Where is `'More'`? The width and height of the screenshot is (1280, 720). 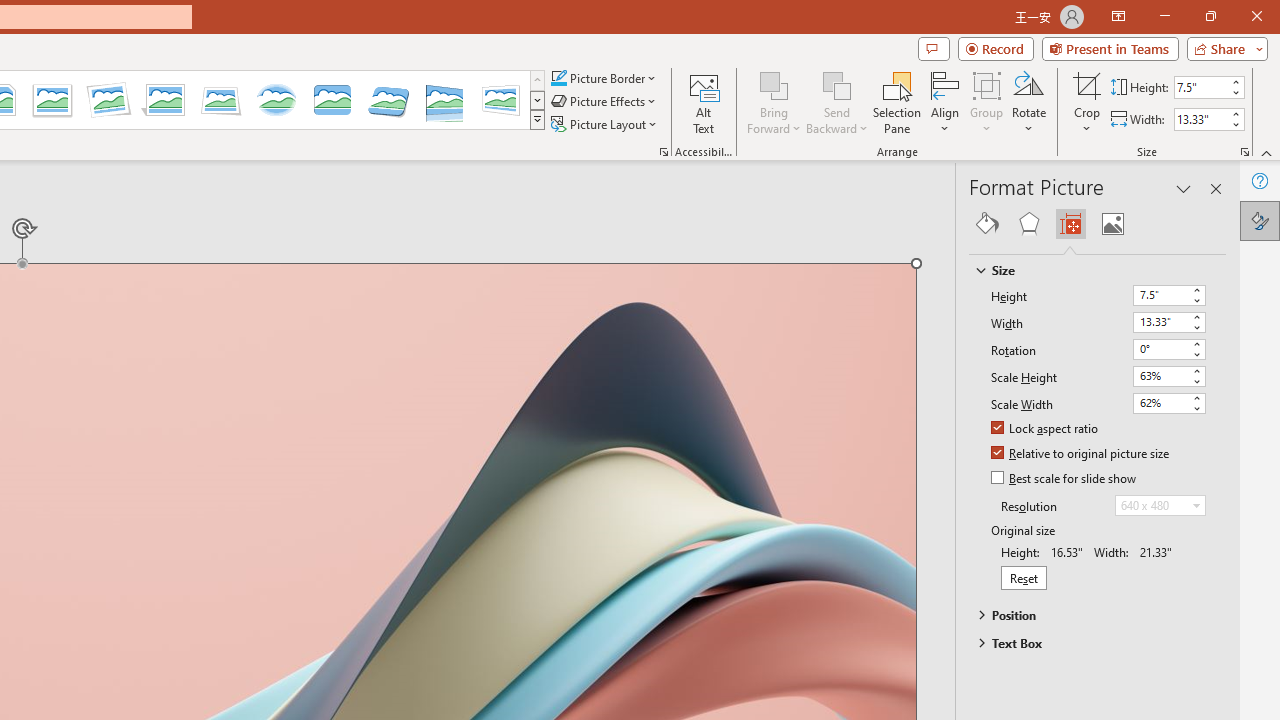 'More' is located at coordinates (1234, 113).